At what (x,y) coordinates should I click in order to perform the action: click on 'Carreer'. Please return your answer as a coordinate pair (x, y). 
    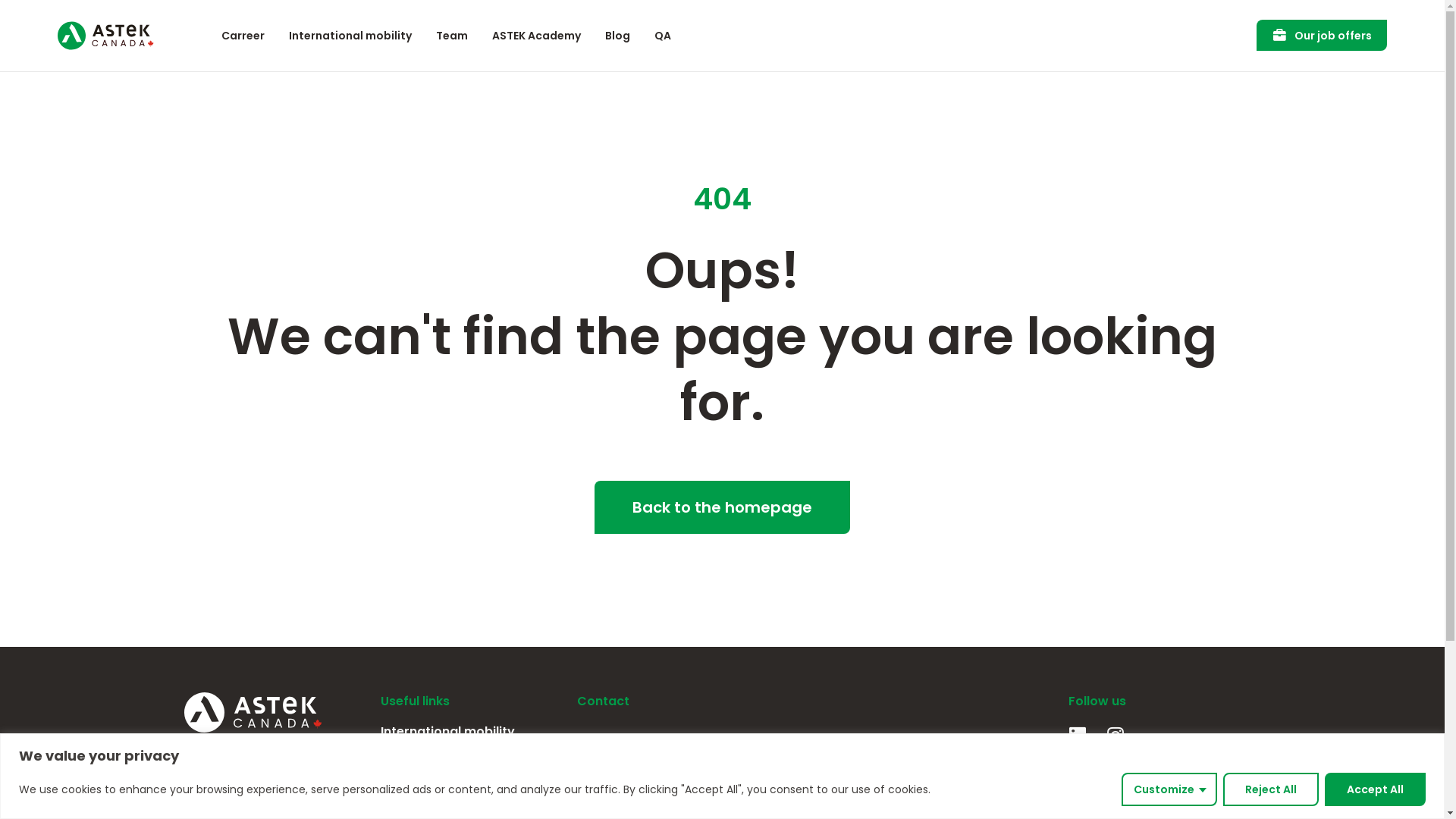
    Looking at the image, I should click on (243, 34).